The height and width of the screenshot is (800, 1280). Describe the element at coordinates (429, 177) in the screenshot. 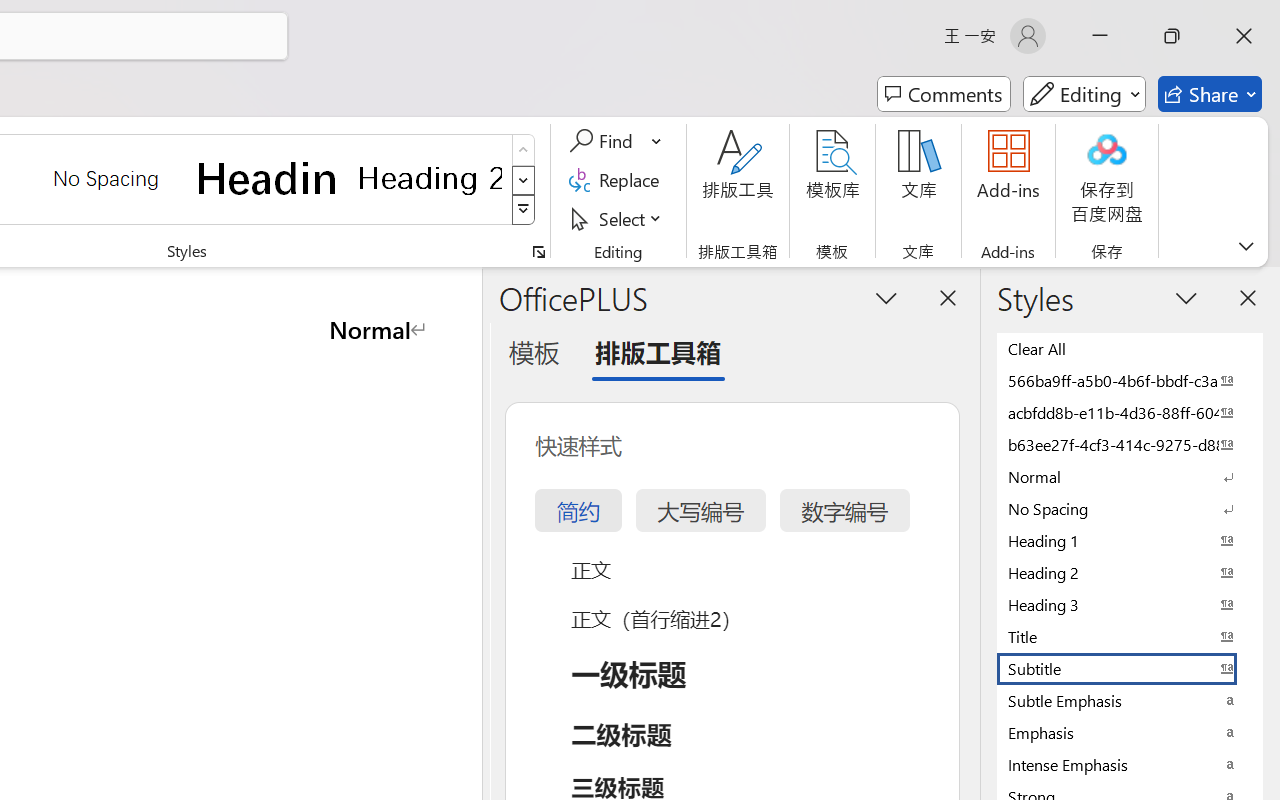

I see `'Heading 2'` at that location.